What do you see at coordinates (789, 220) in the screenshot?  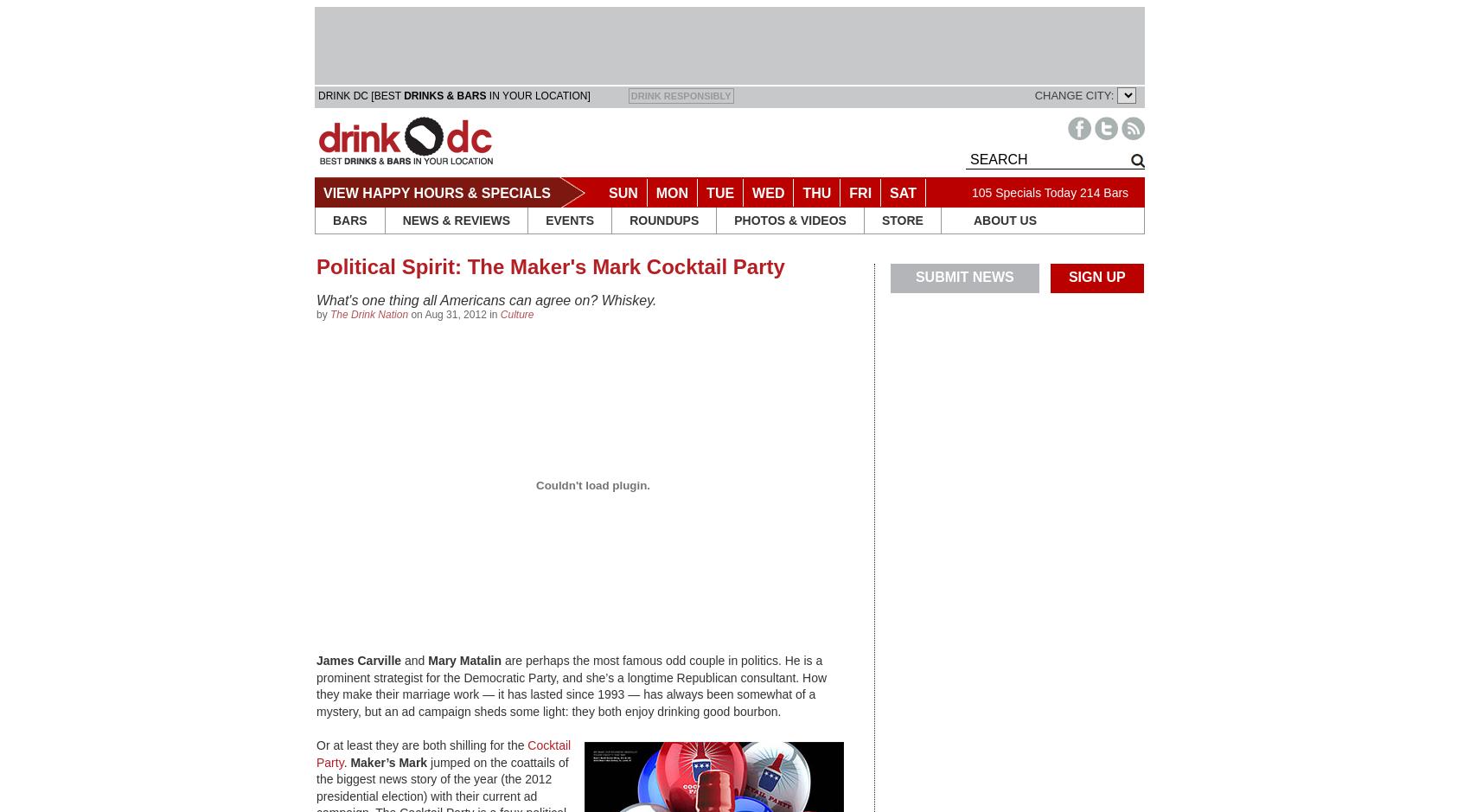 I see `'PHOTOS & VIDEOS'` at bounding box center [789, 220].